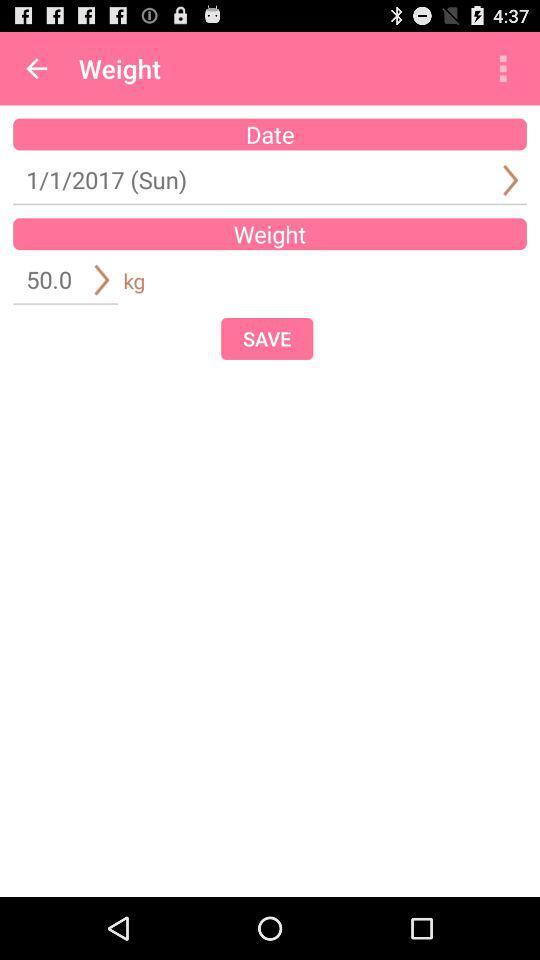 The width and height of the screenshot is (540, 960). Describe the element at coordinates (267, 338) in the screenshot. I see `the item below weight` at that location.